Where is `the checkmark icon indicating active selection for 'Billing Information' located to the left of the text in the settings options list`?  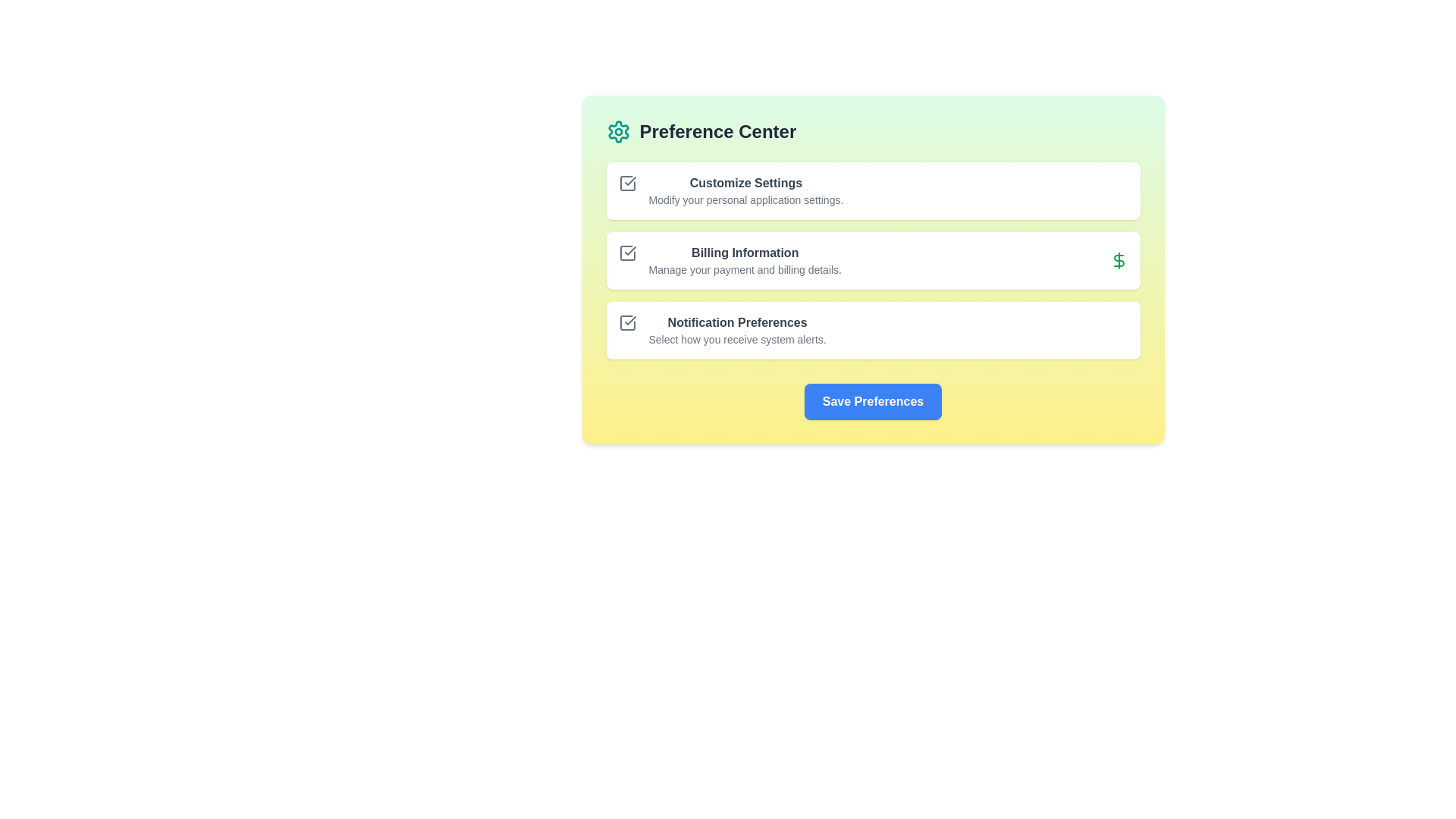
the checkmark icon indicating active selection for 'Billing Information' located to the left of the text in the settings options list is located at coordinates (629, 250).